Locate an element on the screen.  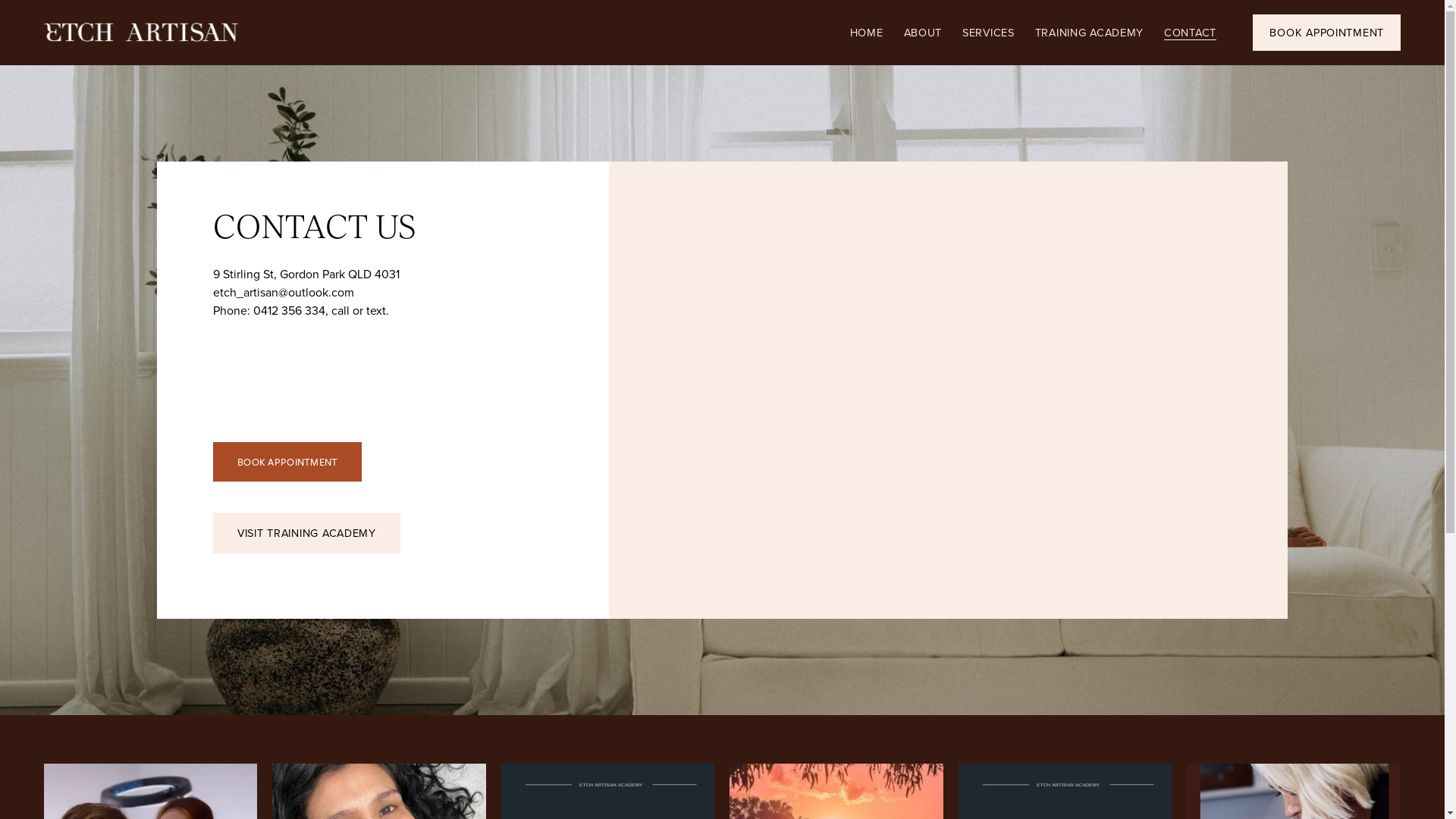
'HOME' is located at coordinates (866, 32).